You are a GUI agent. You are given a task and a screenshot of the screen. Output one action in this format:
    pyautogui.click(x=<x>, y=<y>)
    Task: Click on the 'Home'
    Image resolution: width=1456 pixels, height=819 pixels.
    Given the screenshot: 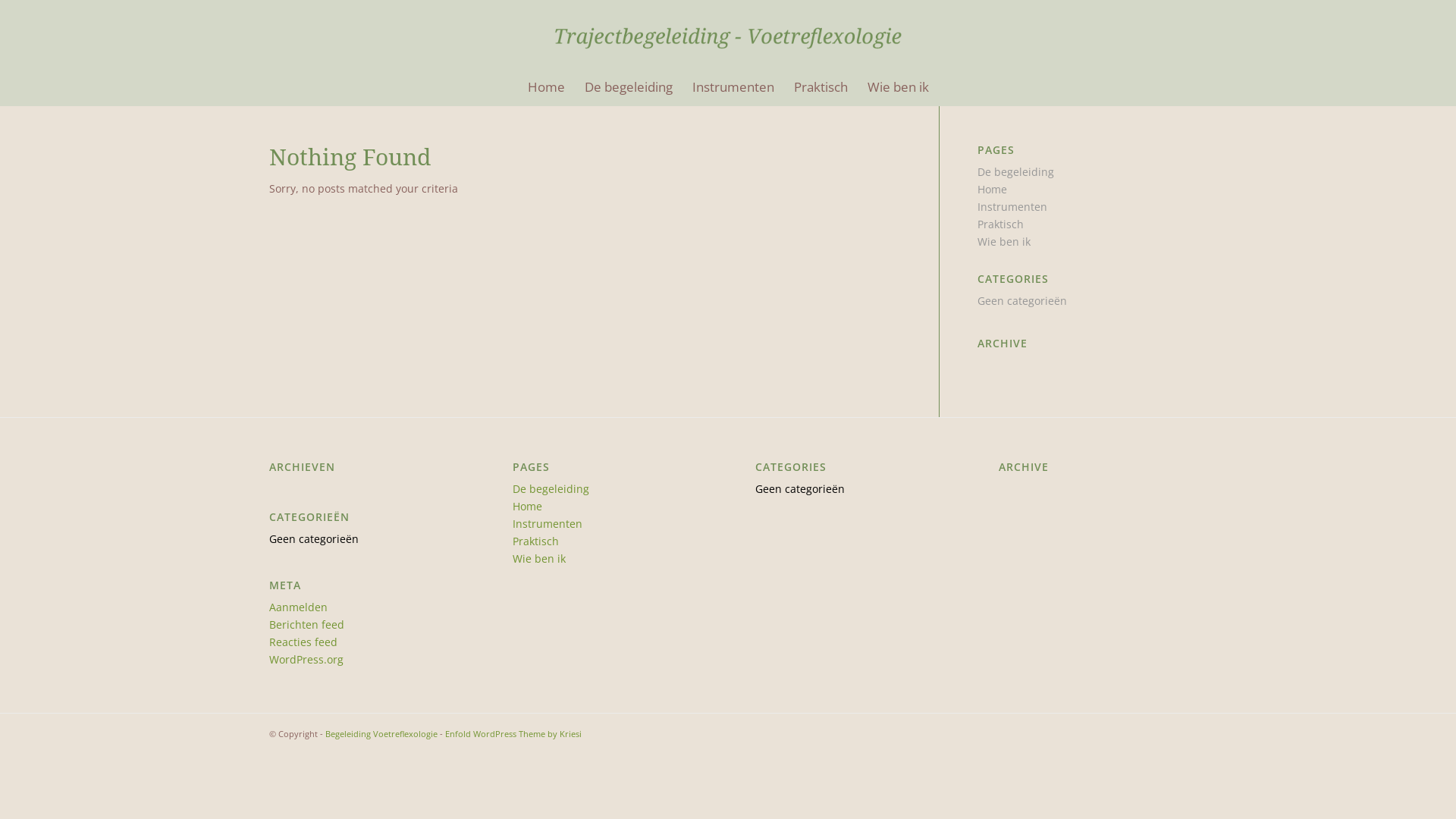 What is the action you would take?
    pyautogui.click(x=545, y=87)
    